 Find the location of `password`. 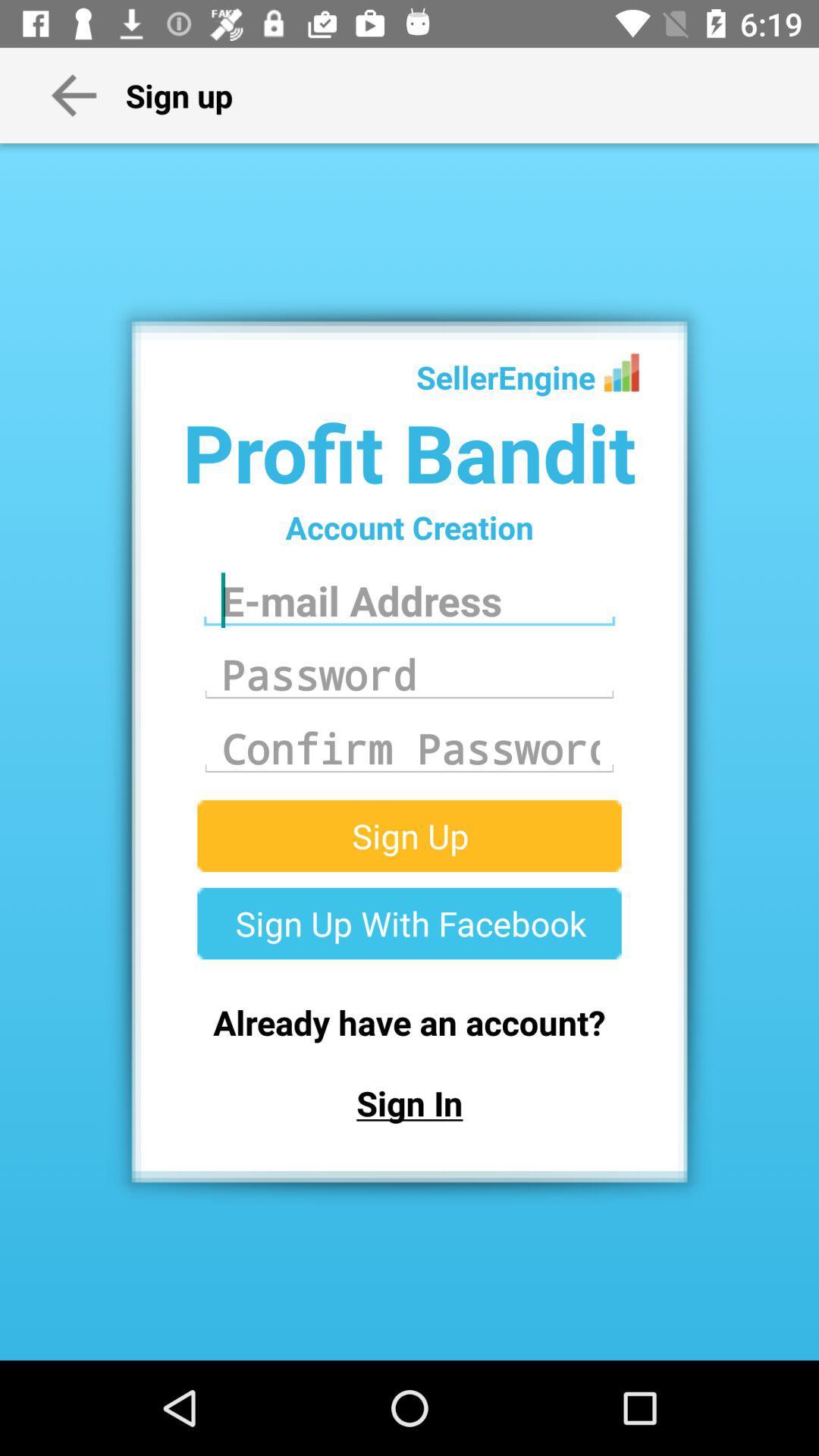

password is located at coordinates (409, 673).